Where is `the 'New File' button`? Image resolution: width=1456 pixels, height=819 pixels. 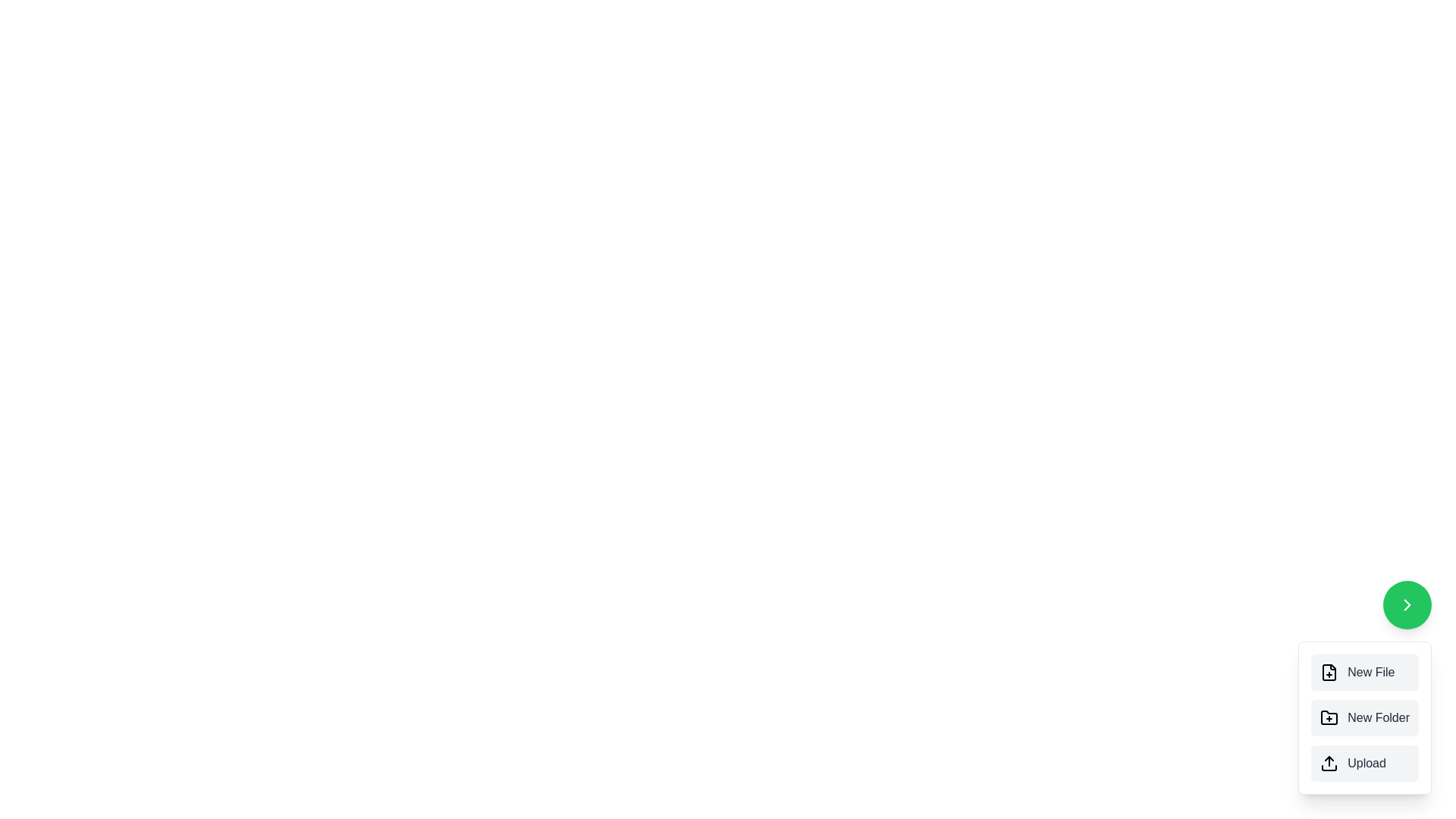
the 'New File' button is located at coordinates (1365, 672).